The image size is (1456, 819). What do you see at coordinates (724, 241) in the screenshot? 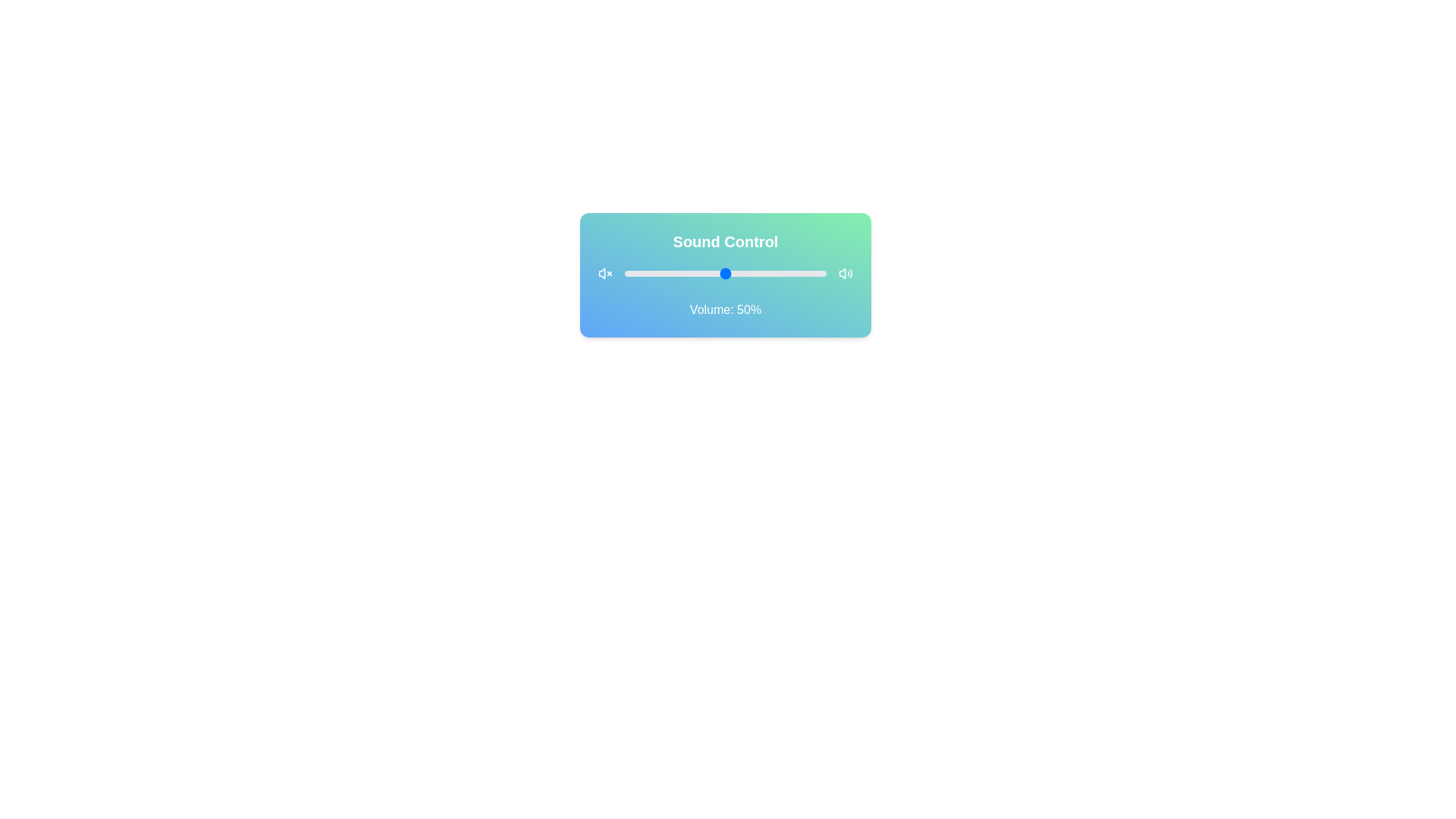
I see `the 'Sound Control' text element, which is prominently displayed in a rounded panel at the top center of the gradient-colored panel` at bounding box center [724, 241].